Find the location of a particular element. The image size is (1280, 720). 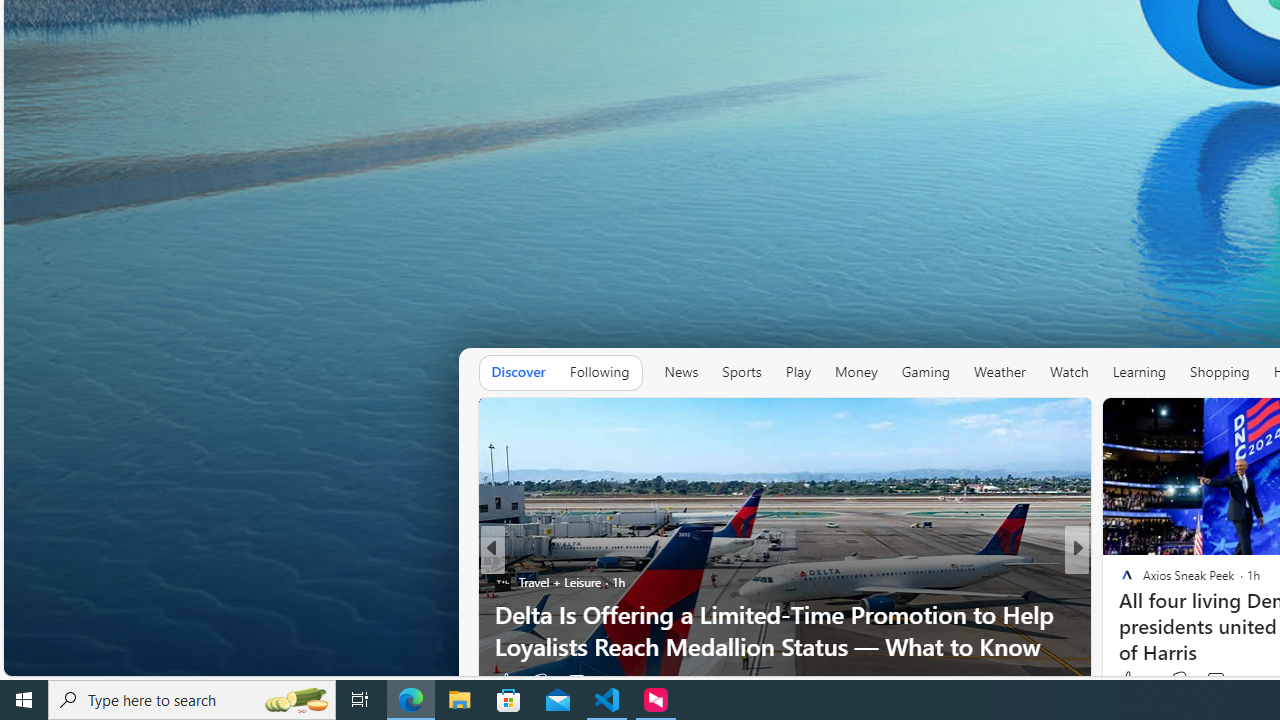

'House Digest' is located at coordinates (1117, 581).